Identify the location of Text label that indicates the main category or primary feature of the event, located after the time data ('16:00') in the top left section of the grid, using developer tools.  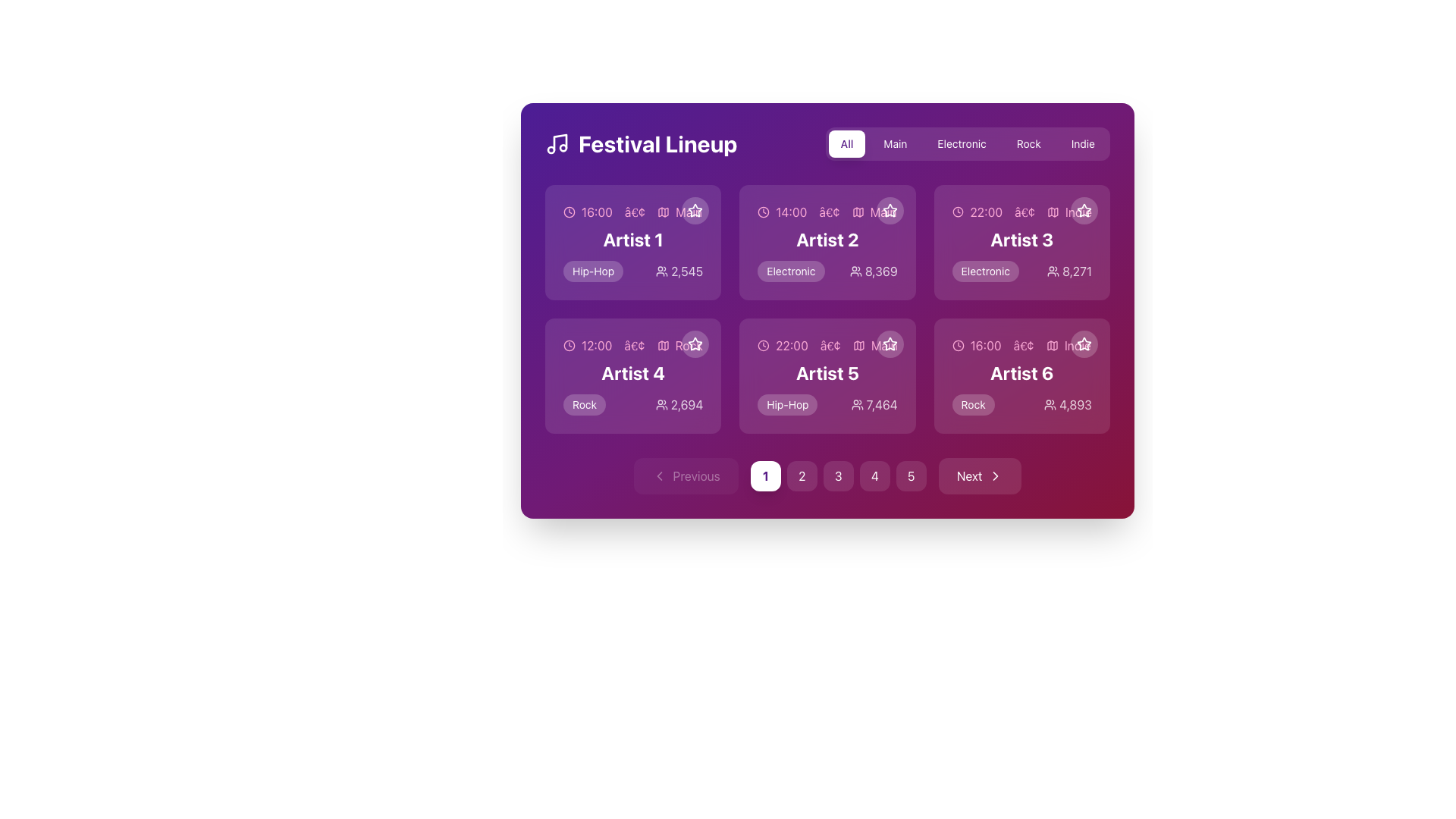
(688, 212).